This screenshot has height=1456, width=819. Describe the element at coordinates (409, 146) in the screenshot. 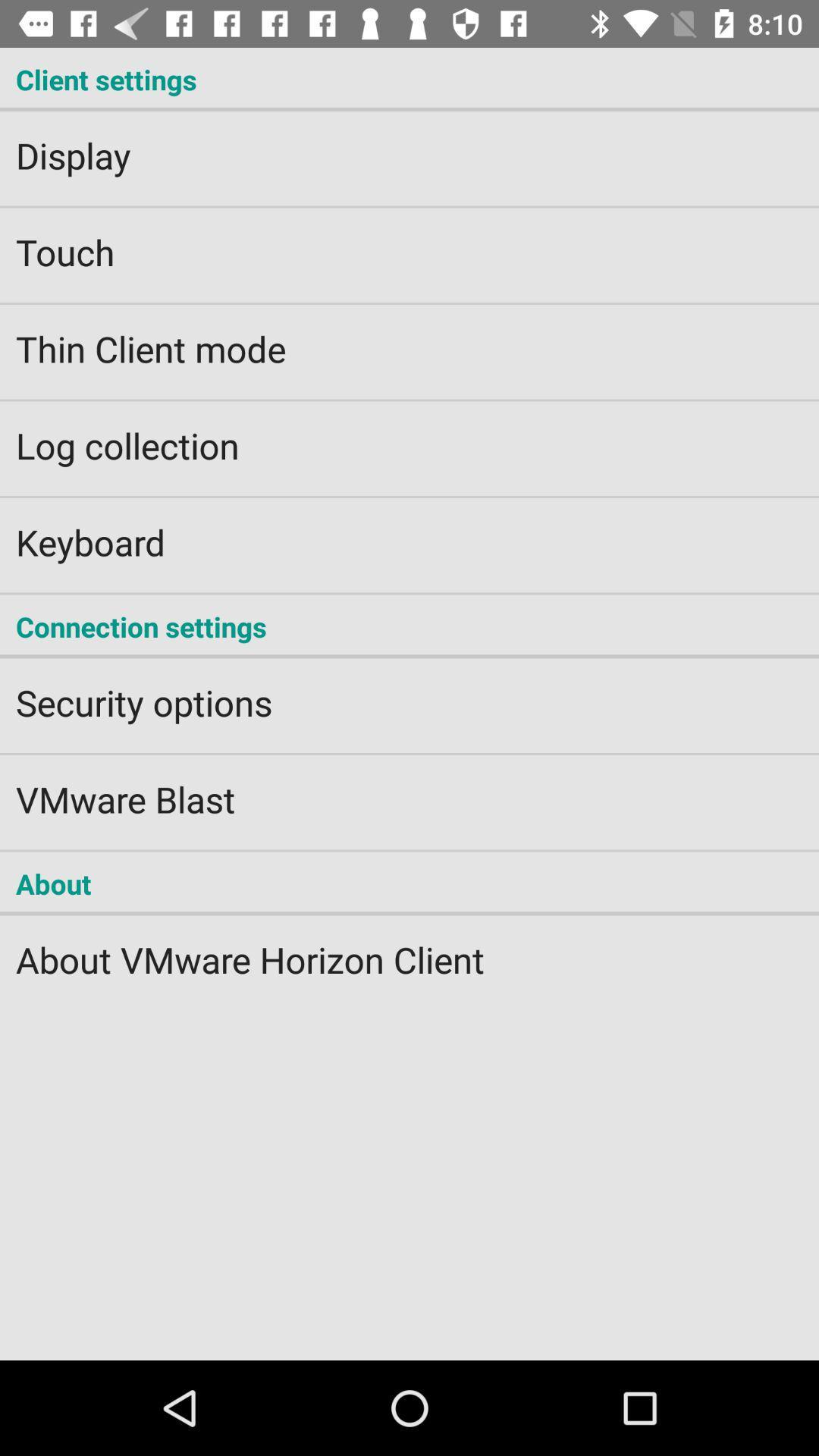

I see `the display icon` at that location.